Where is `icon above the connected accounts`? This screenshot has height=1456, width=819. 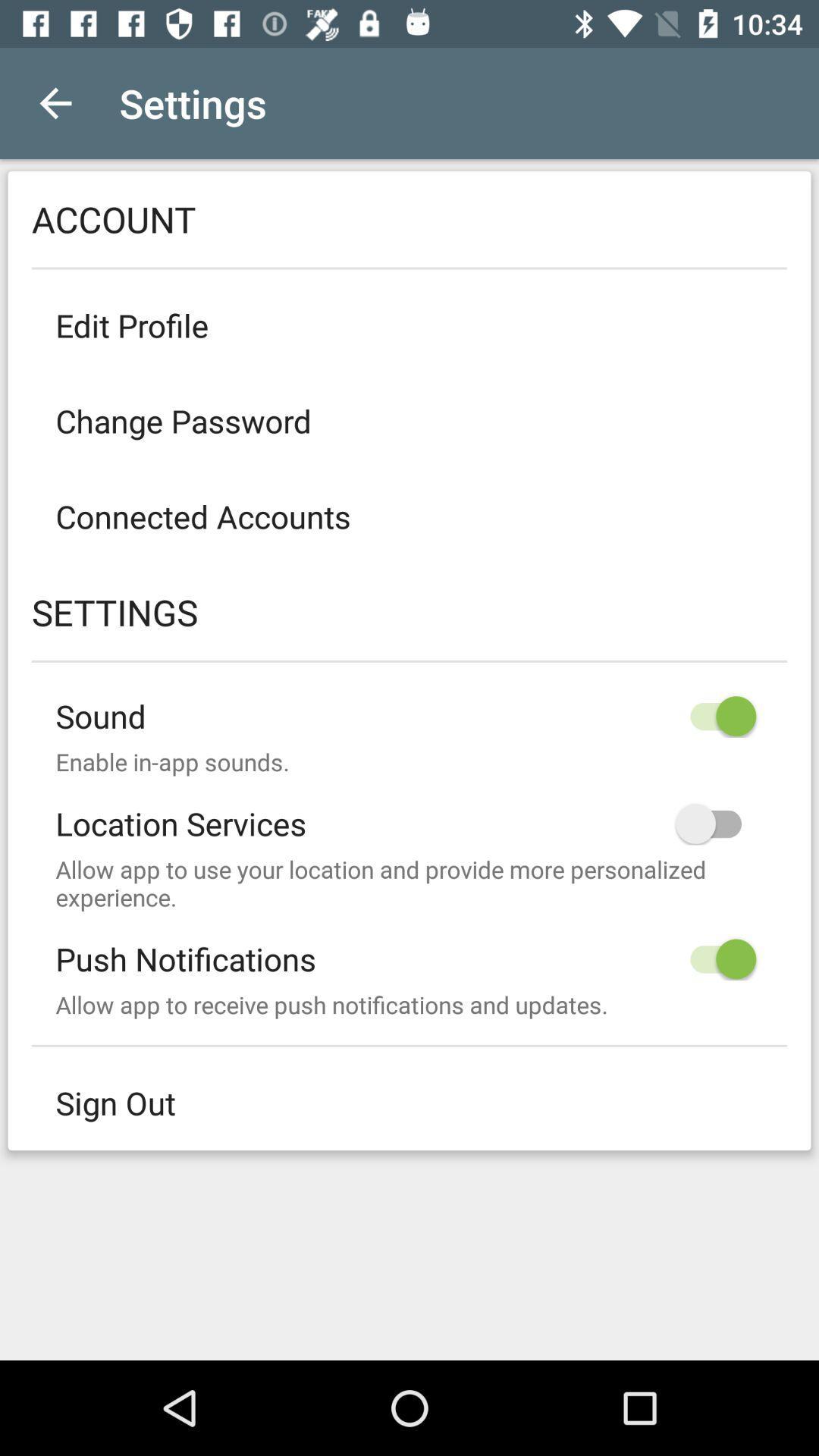 icon above the connected accounts is located at coordinates (409, 421).